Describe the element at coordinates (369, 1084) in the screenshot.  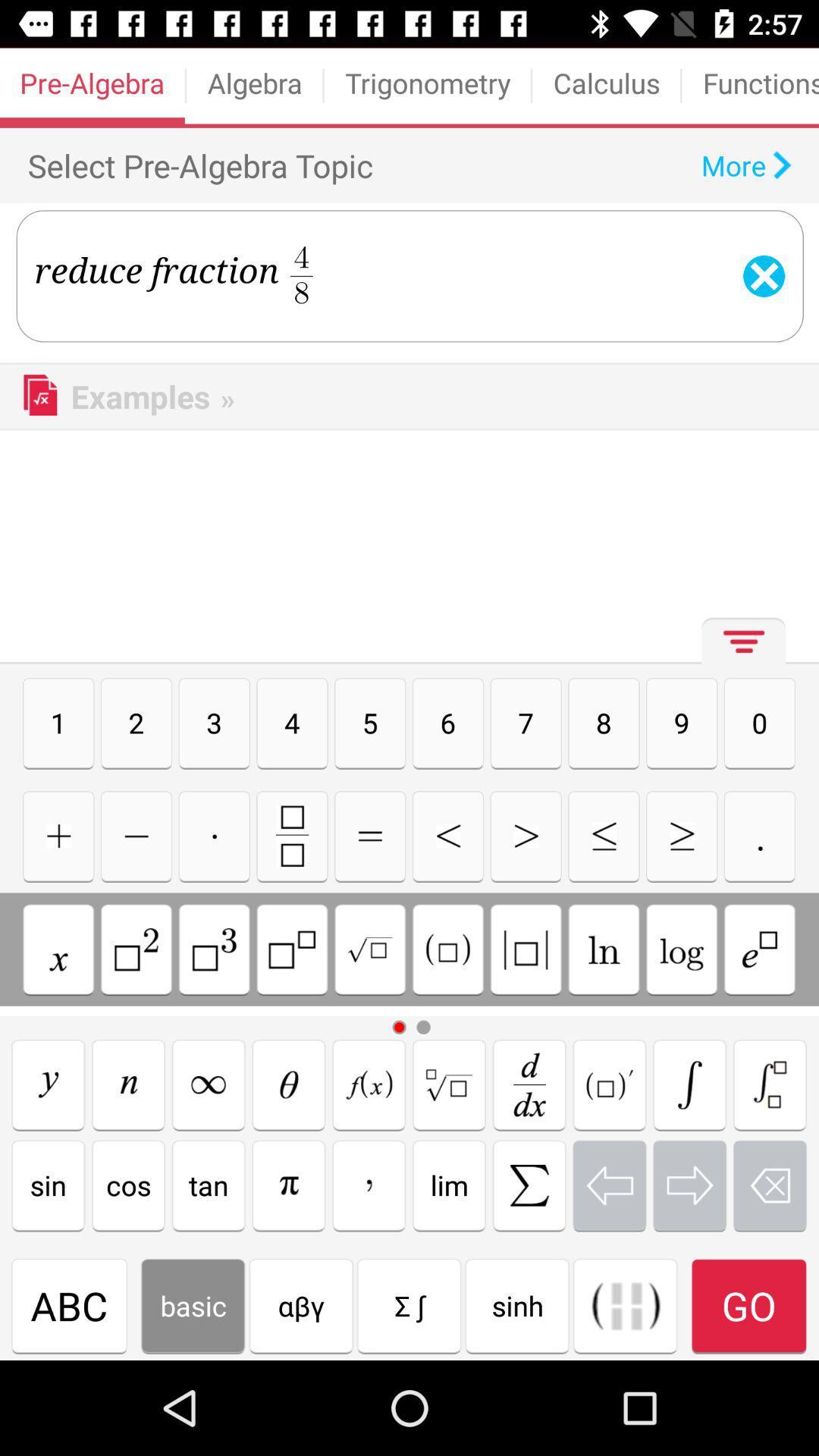
I see `the font icon` at that location.